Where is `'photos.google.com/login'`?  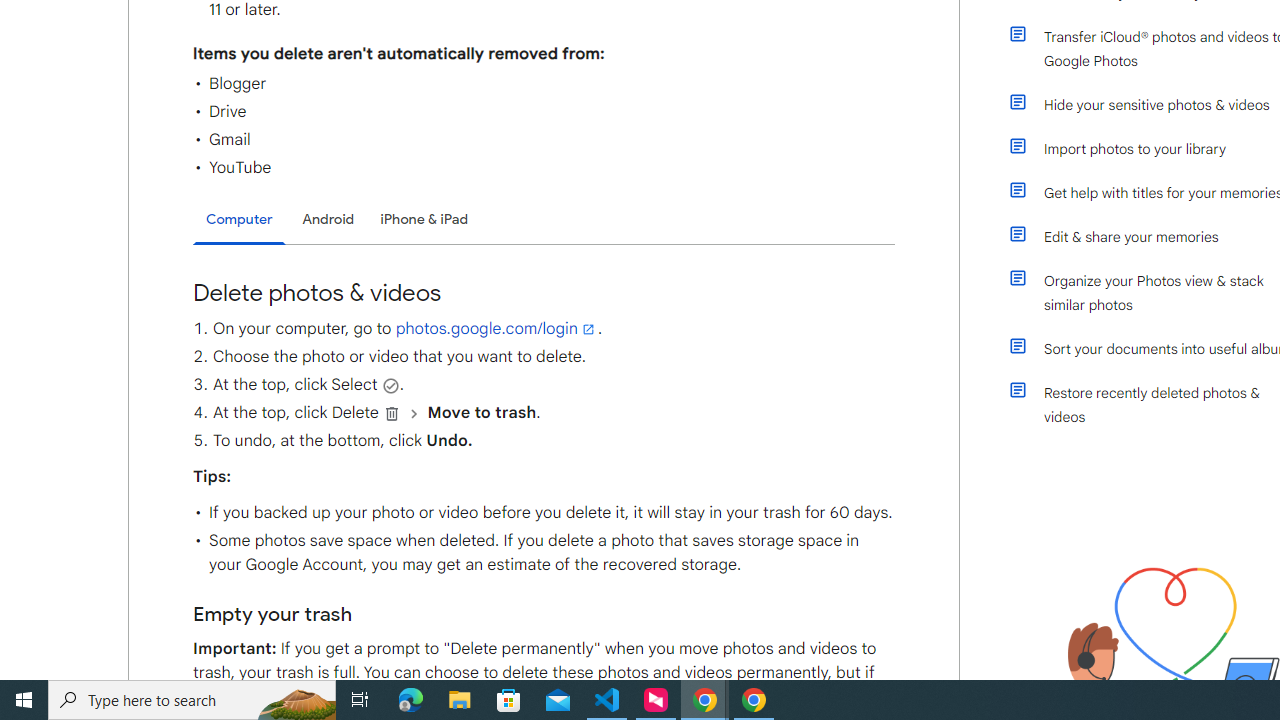 'photos.google.com/login' is located at coordinates (496, 328).